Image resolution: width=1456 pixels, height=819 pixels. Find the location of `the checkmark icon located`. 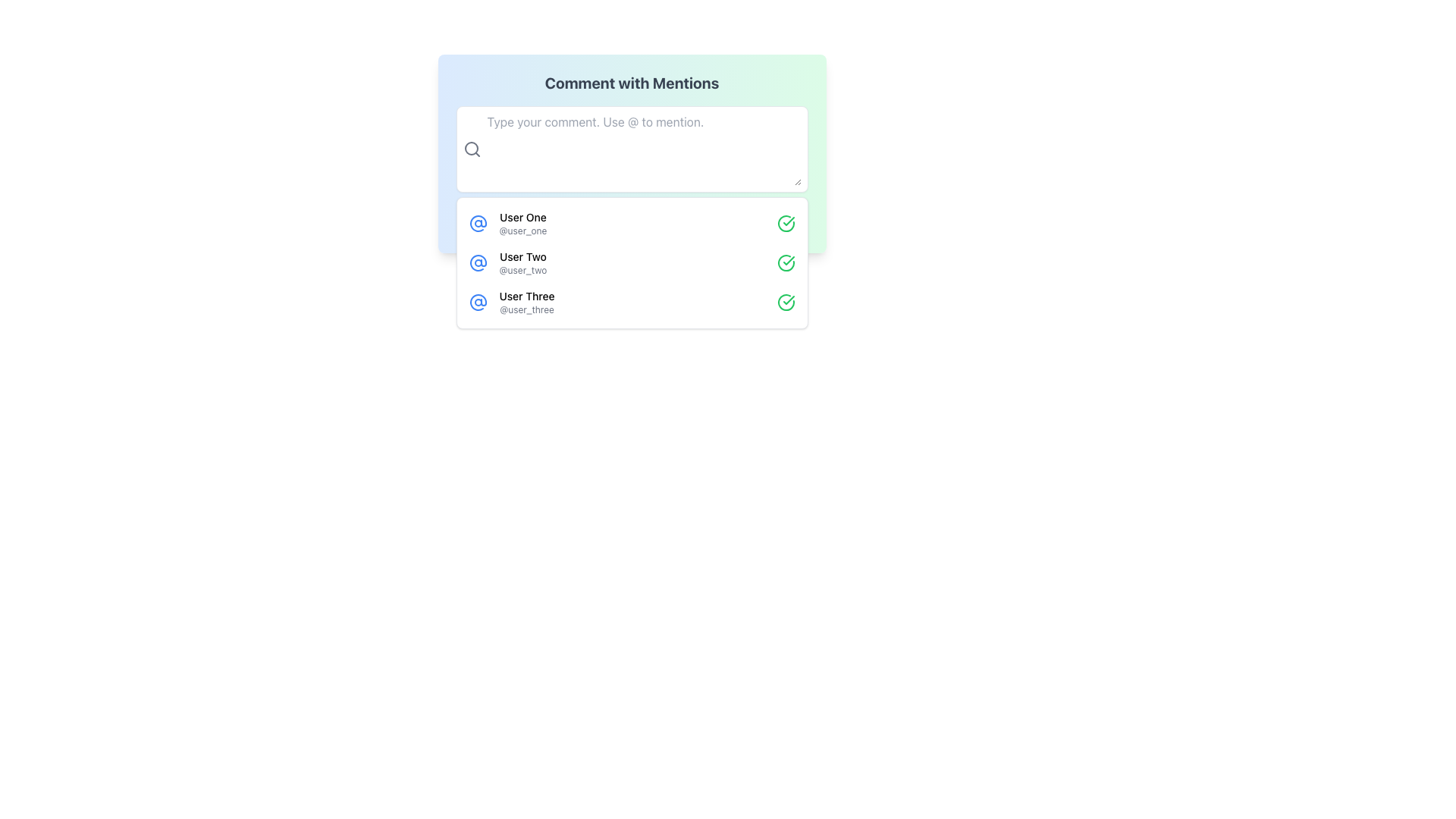

the checkmark icon located is located at coordinates (786, 302).